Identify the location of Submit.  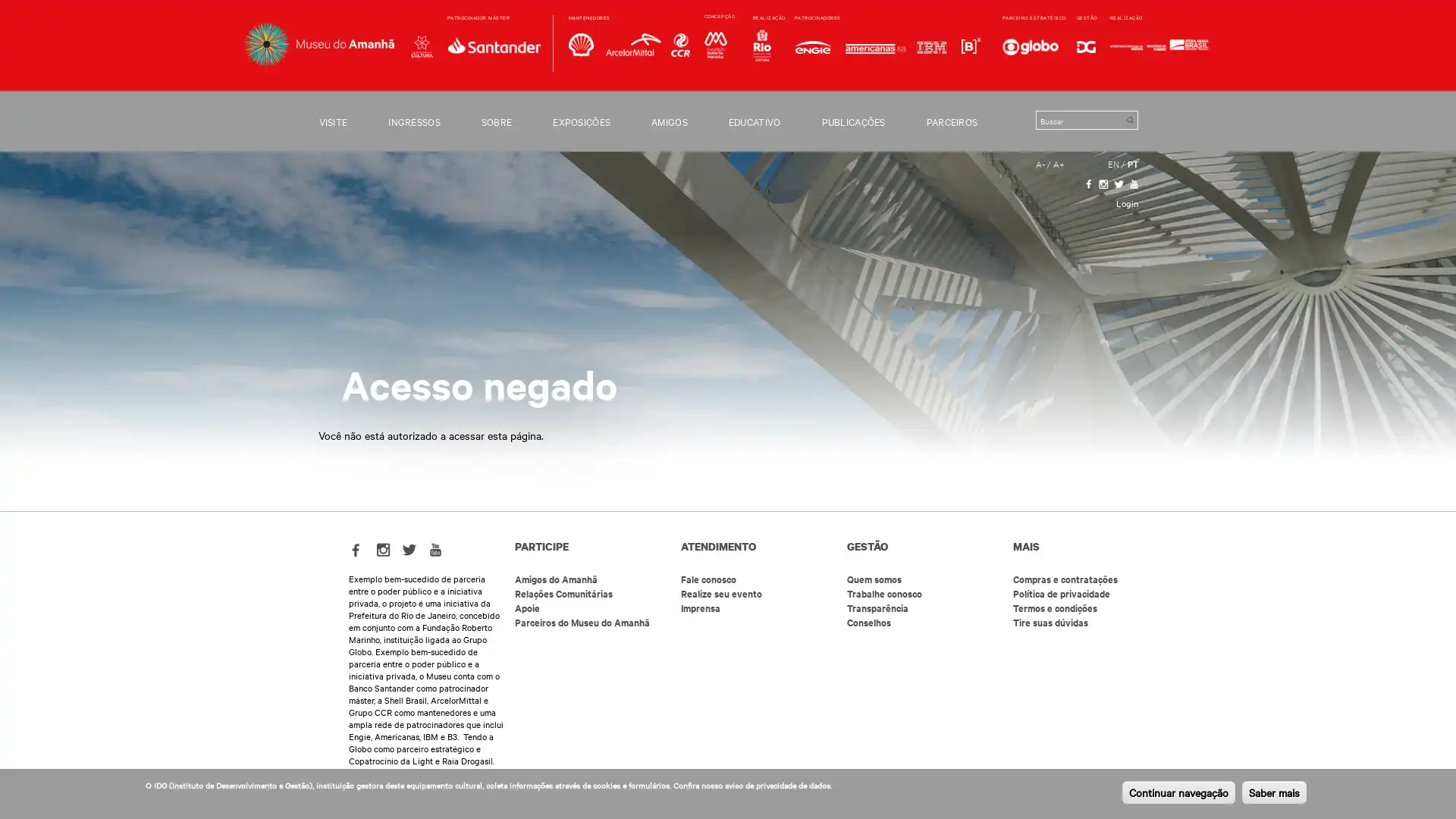
(1129, 119).